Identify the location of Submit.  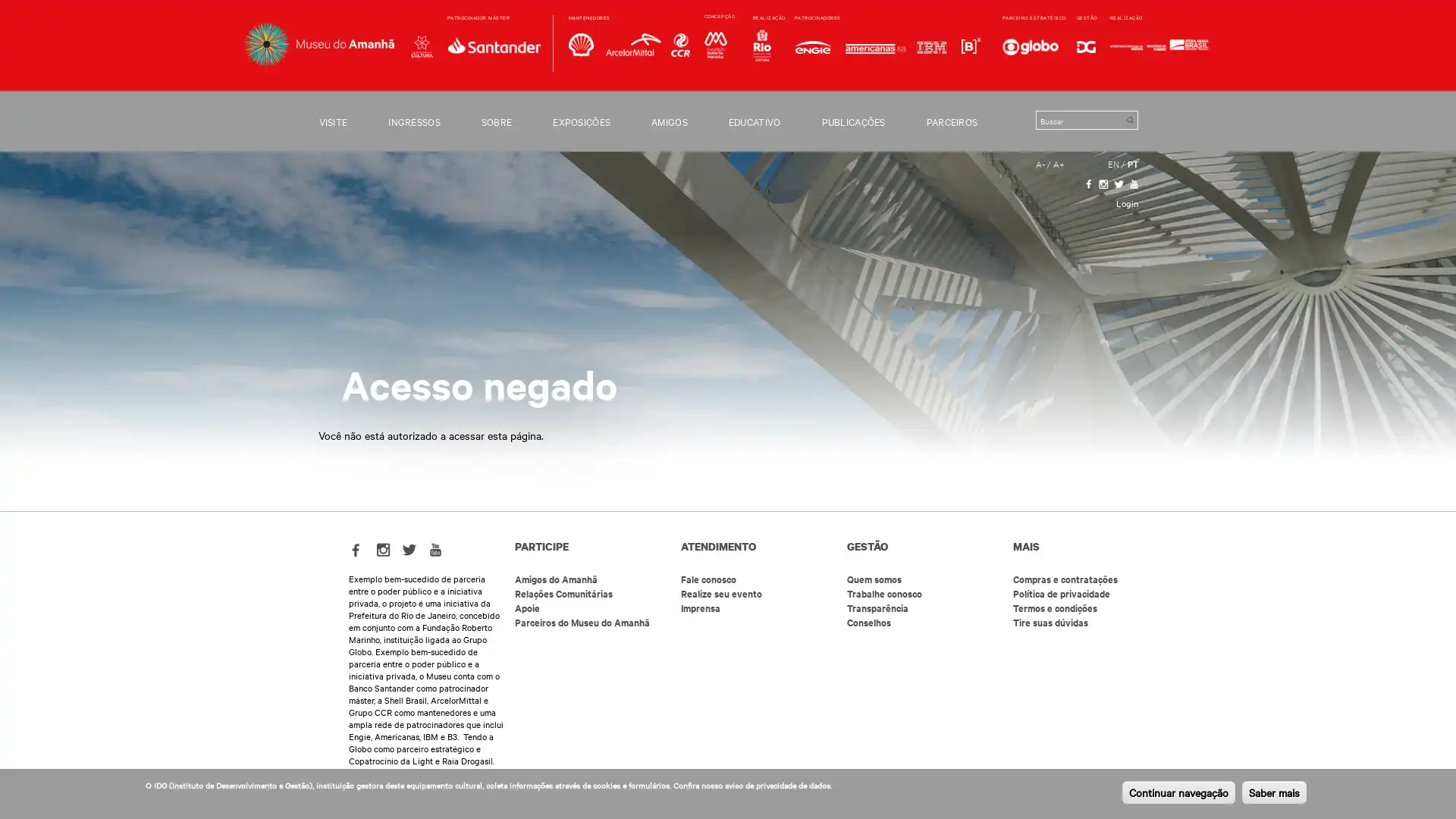
(1129, 119).